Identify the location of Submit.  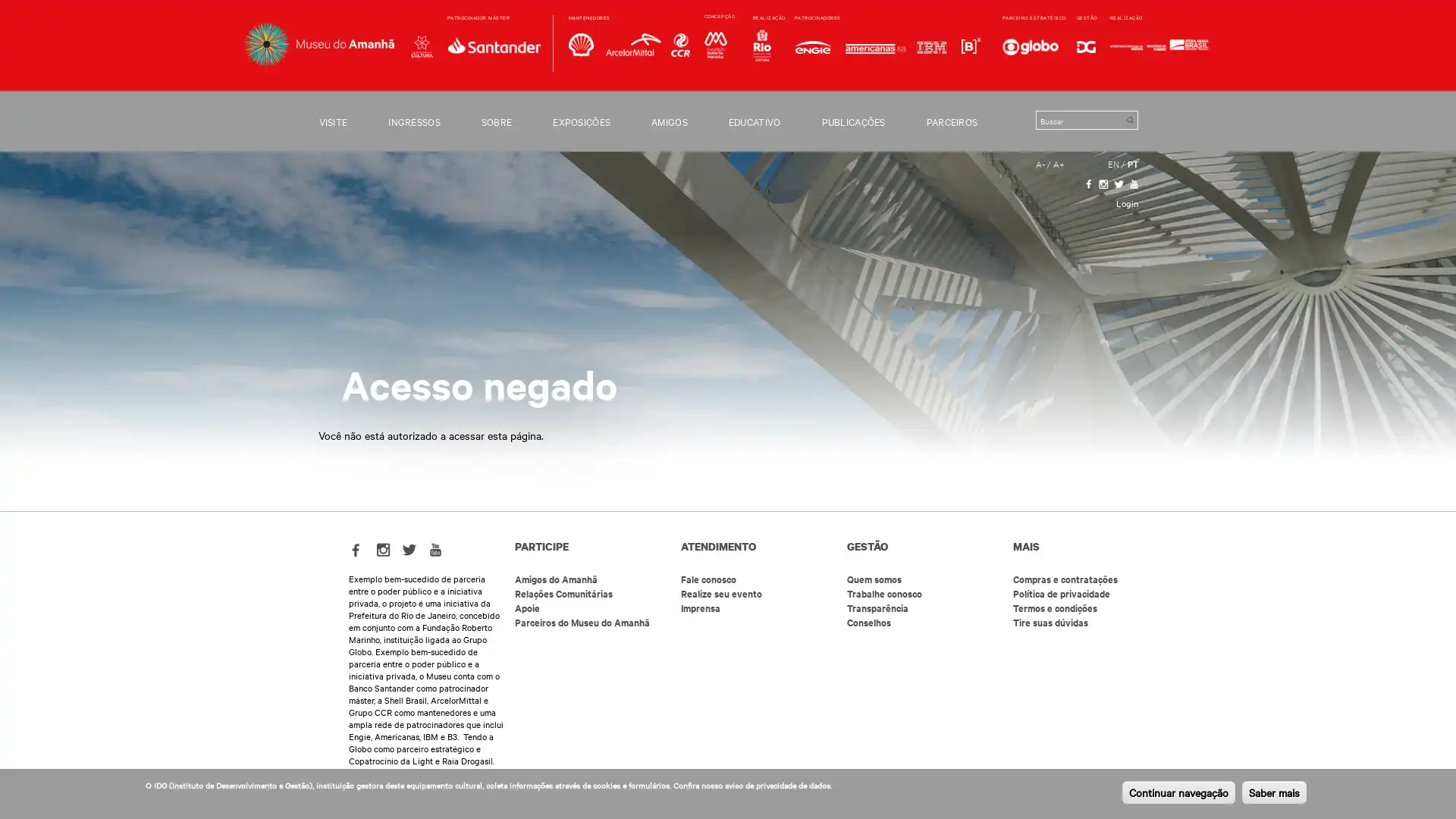
(1129, 119).